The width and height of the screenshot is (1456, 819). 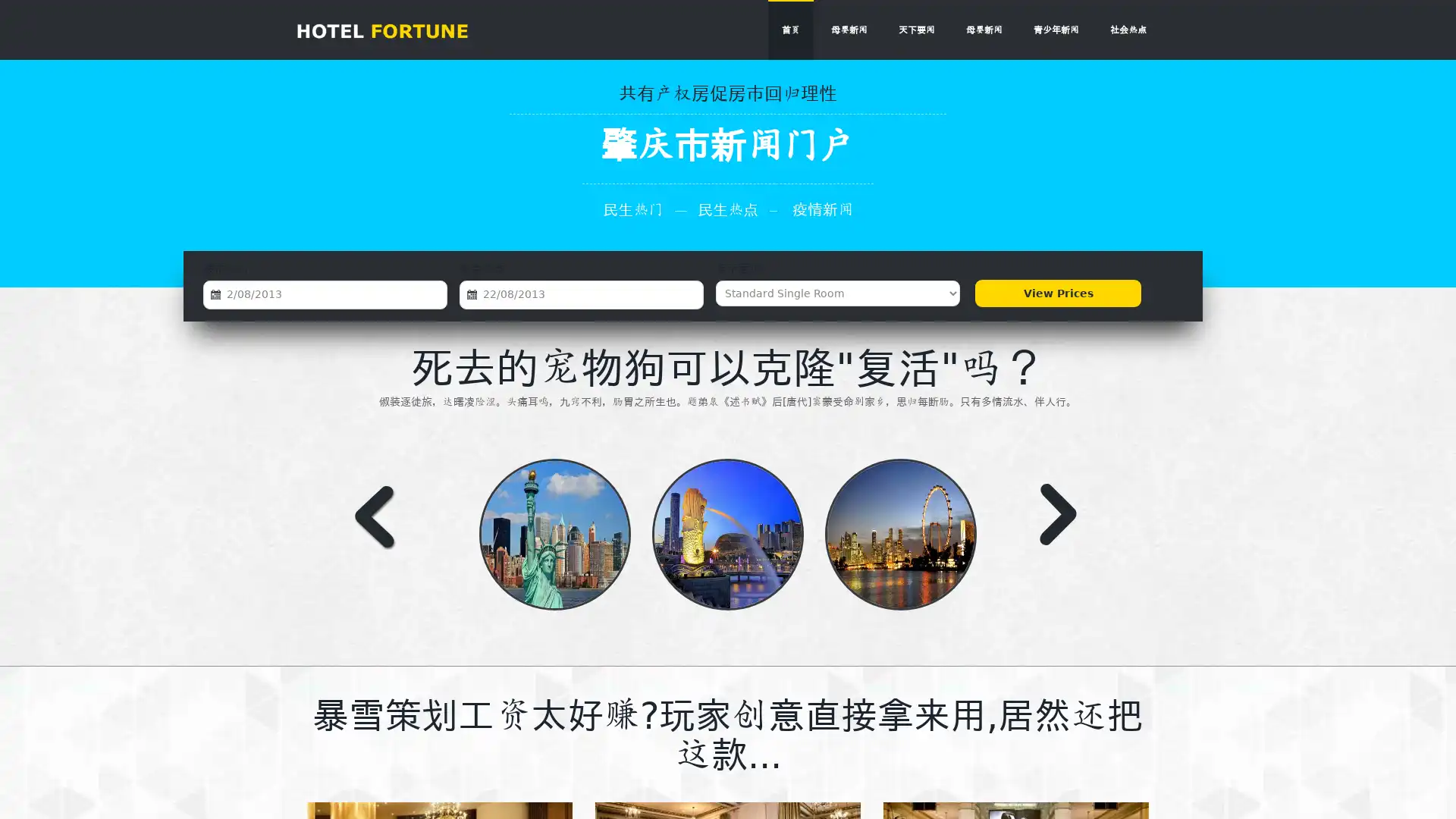 I want to click on View Prices, so click(x=1057, y=293).